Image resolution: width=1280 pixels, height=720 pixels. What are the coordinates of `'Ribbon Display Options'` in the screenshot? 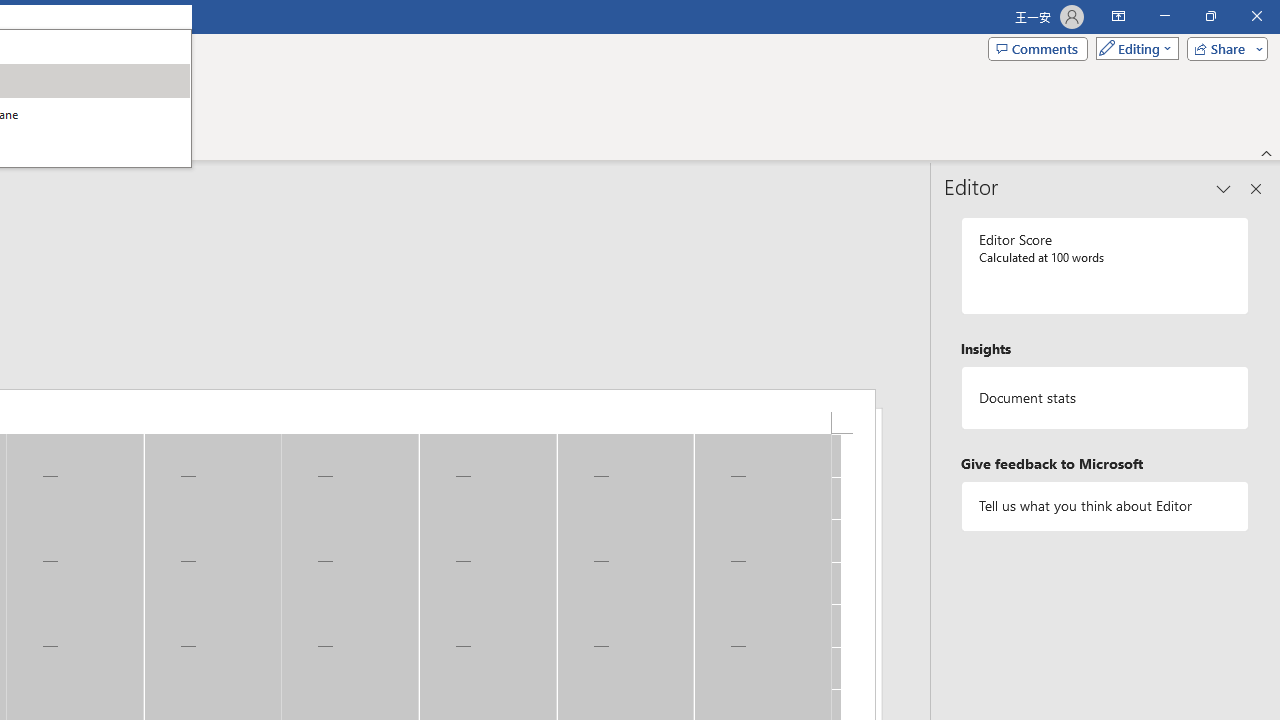 It's located at (1117, 16).